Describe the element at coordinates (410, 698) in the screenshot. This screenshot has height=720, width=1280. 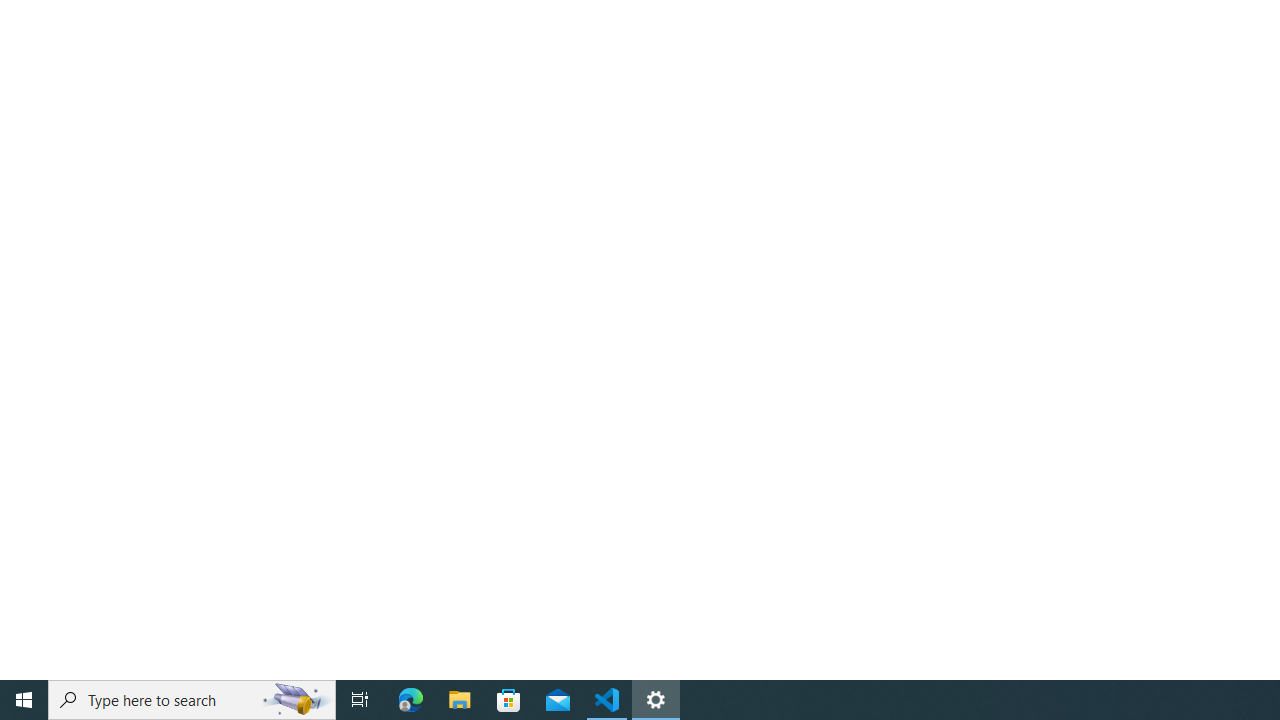
I see `'Microsoft Edge'` at that location.